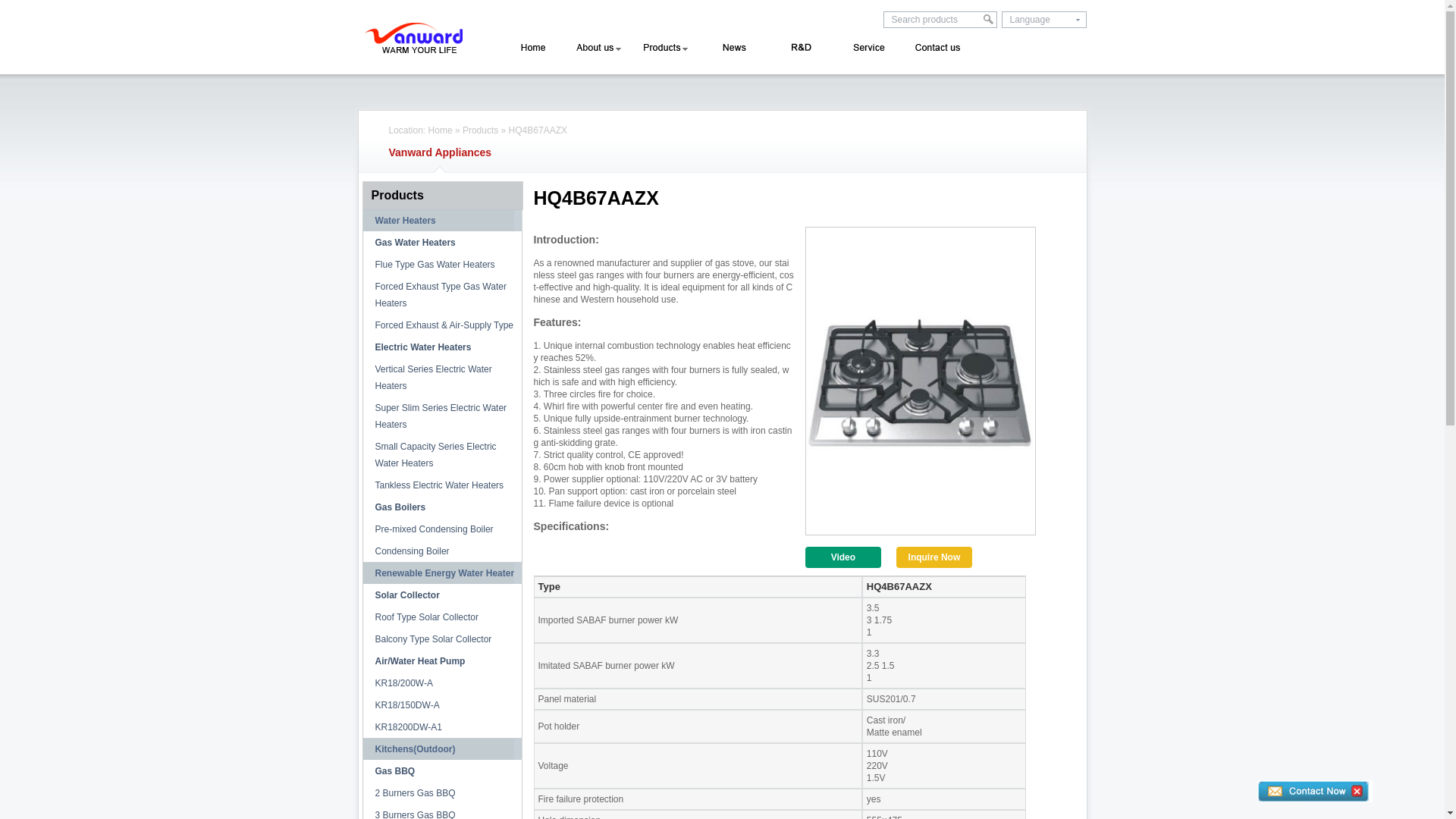 The width and height of the screenshot is (1456, 819). What do you see at coordinates (439, 152) in the screenshot?
I see `'Vanward Appliances'` at bounding box center [439, 152].